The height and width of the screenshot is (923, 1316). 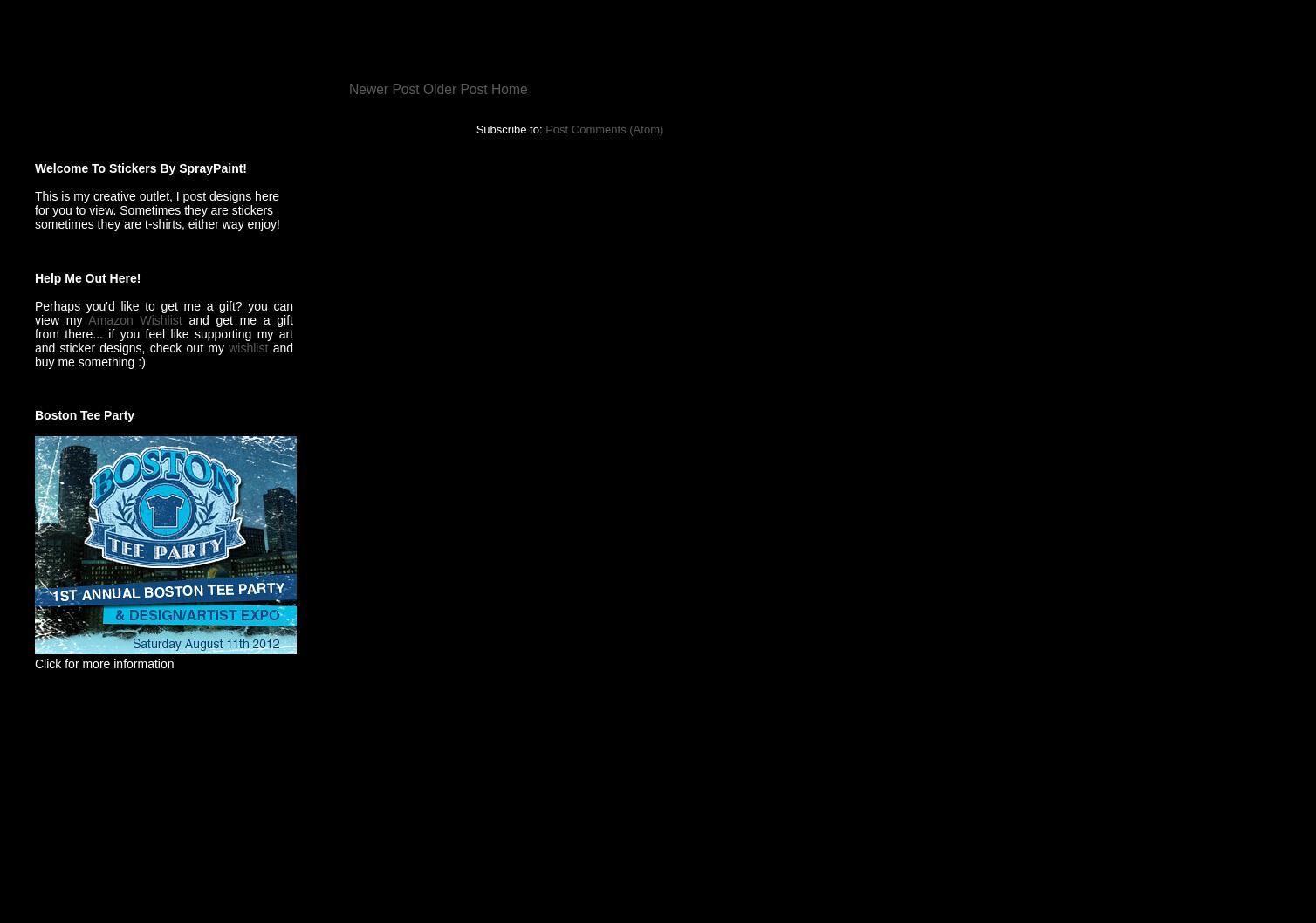 What do you see at coordinates (227, 347) in the screenshot?
I see `'wishlist'` at bounding box center [227, 347].